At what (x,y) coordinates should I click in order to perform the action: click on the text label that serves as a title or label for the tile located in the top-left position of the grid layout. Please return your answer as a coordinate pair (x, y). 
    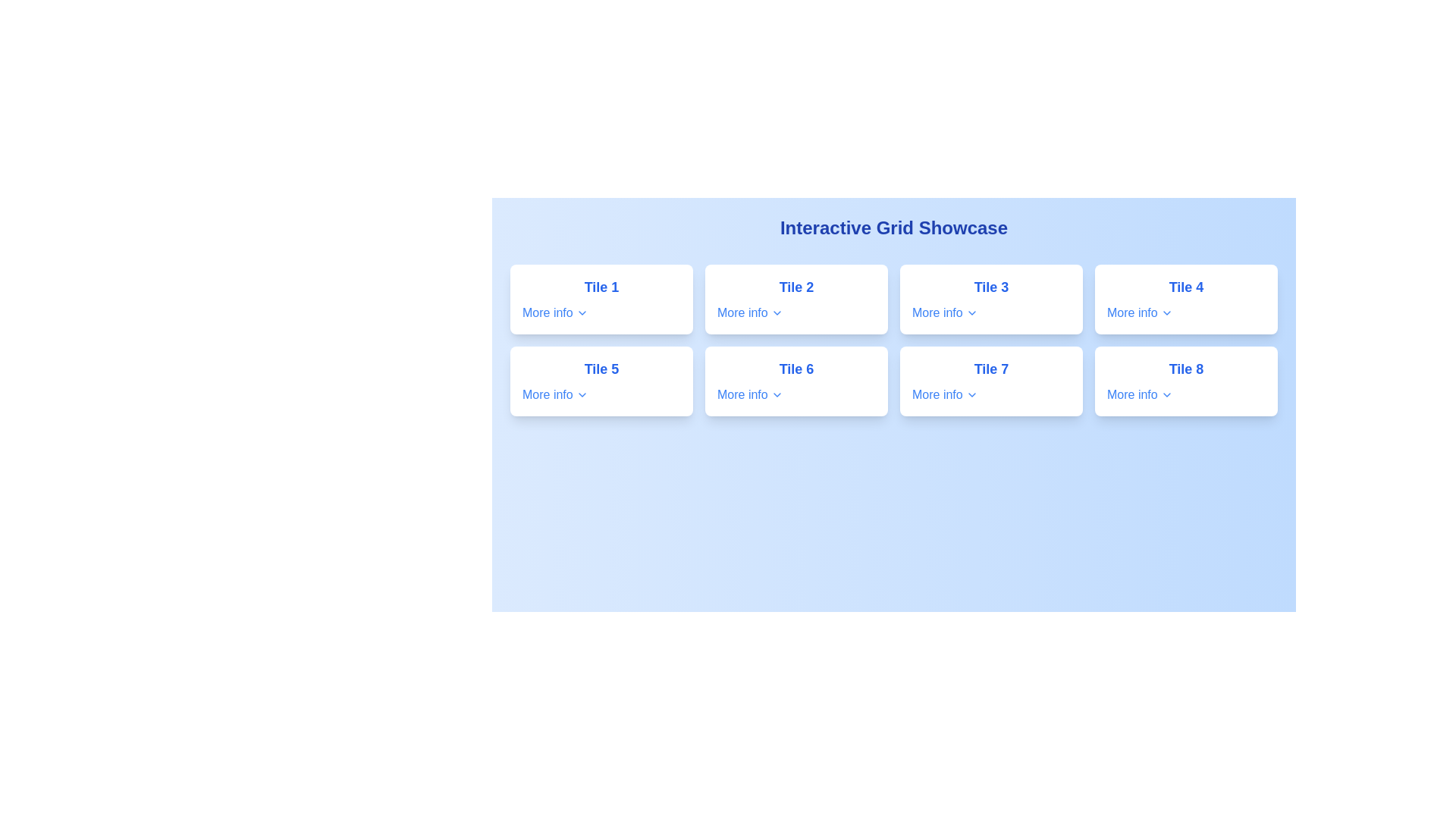
    Looking at the image, I should click on (601, 287).